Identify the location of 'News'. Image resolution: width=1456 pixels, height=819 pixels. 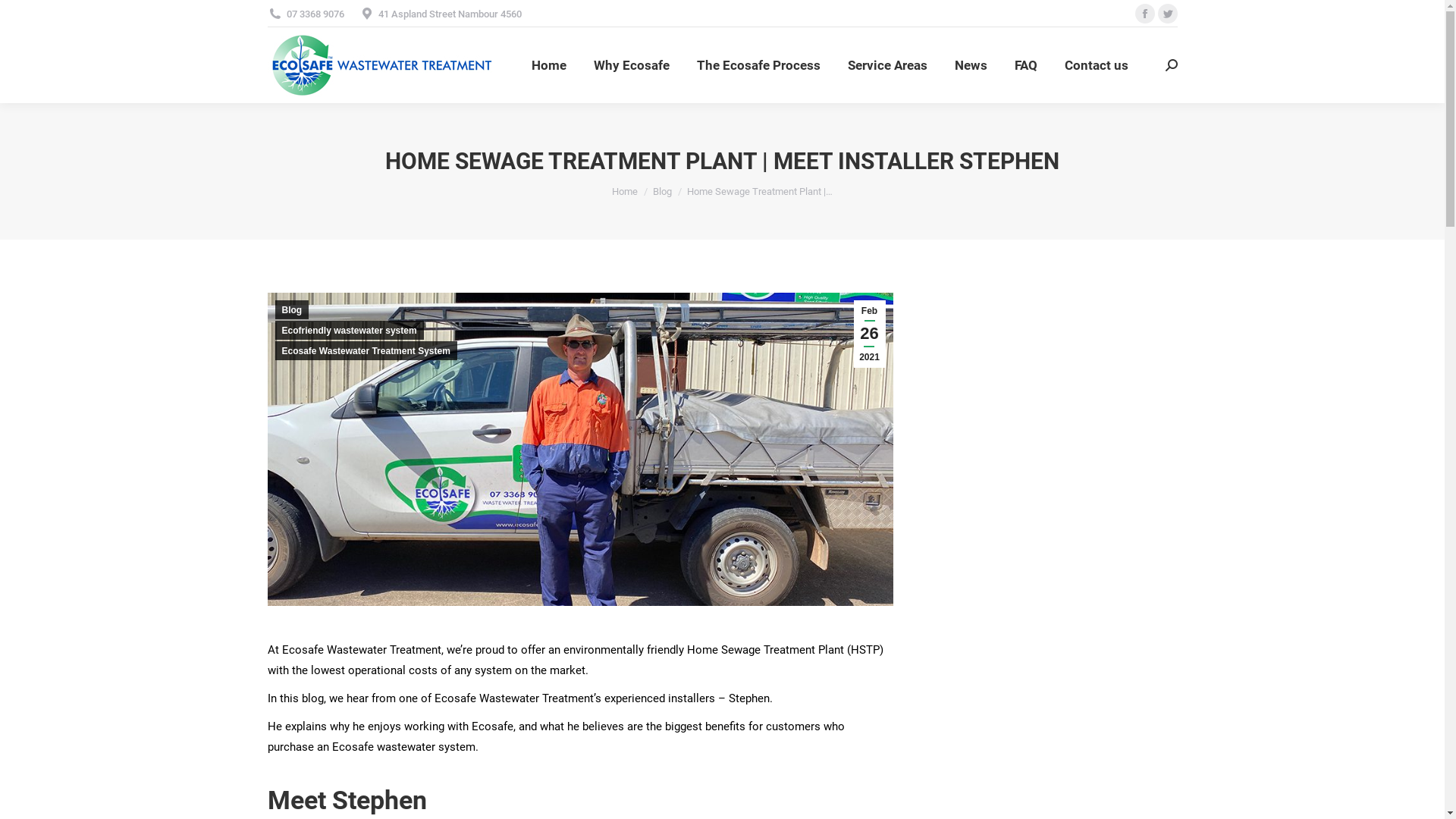
(971, 64).